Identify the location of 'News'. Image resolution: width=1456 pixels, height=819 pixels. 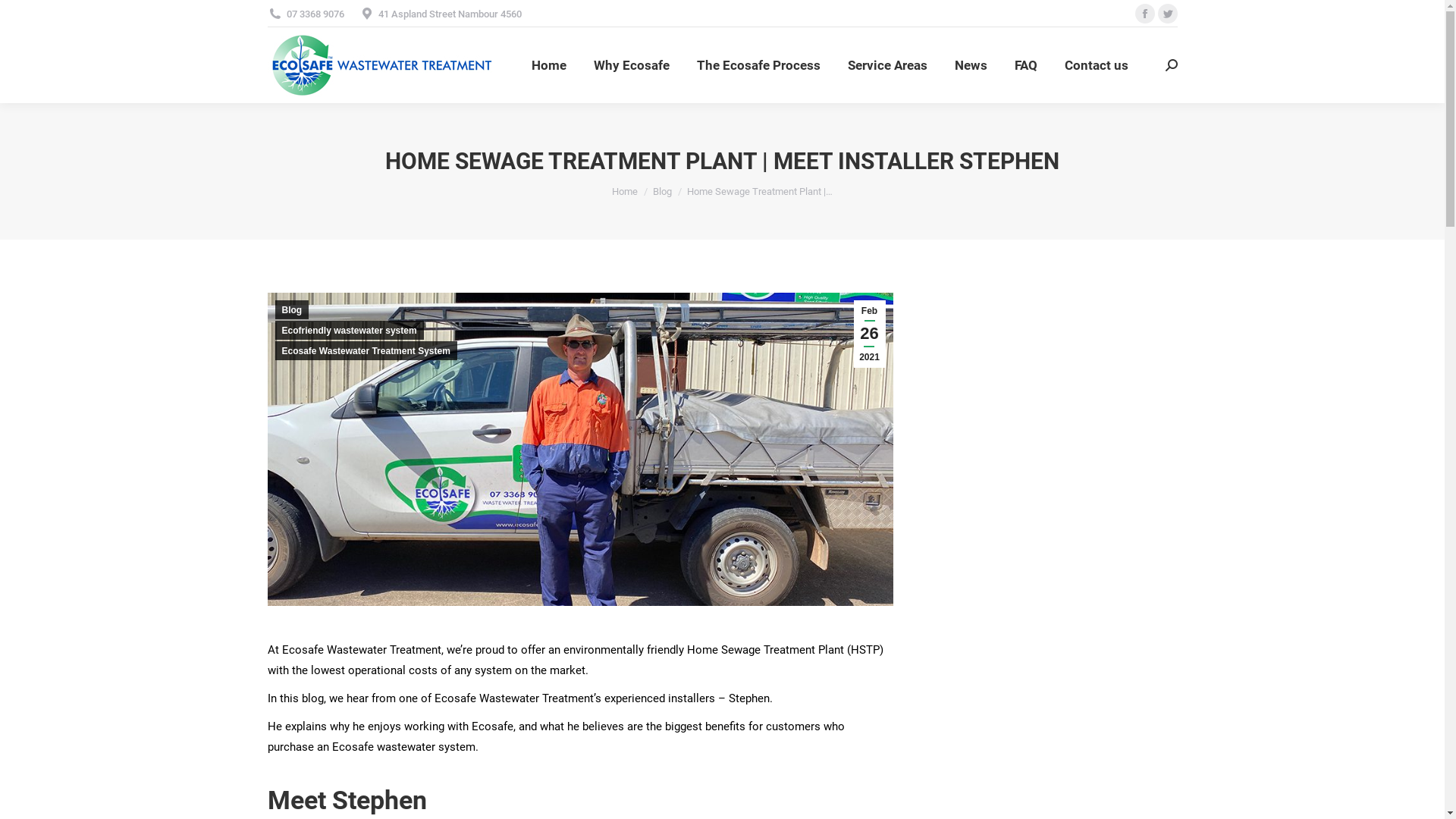
(971, 64).